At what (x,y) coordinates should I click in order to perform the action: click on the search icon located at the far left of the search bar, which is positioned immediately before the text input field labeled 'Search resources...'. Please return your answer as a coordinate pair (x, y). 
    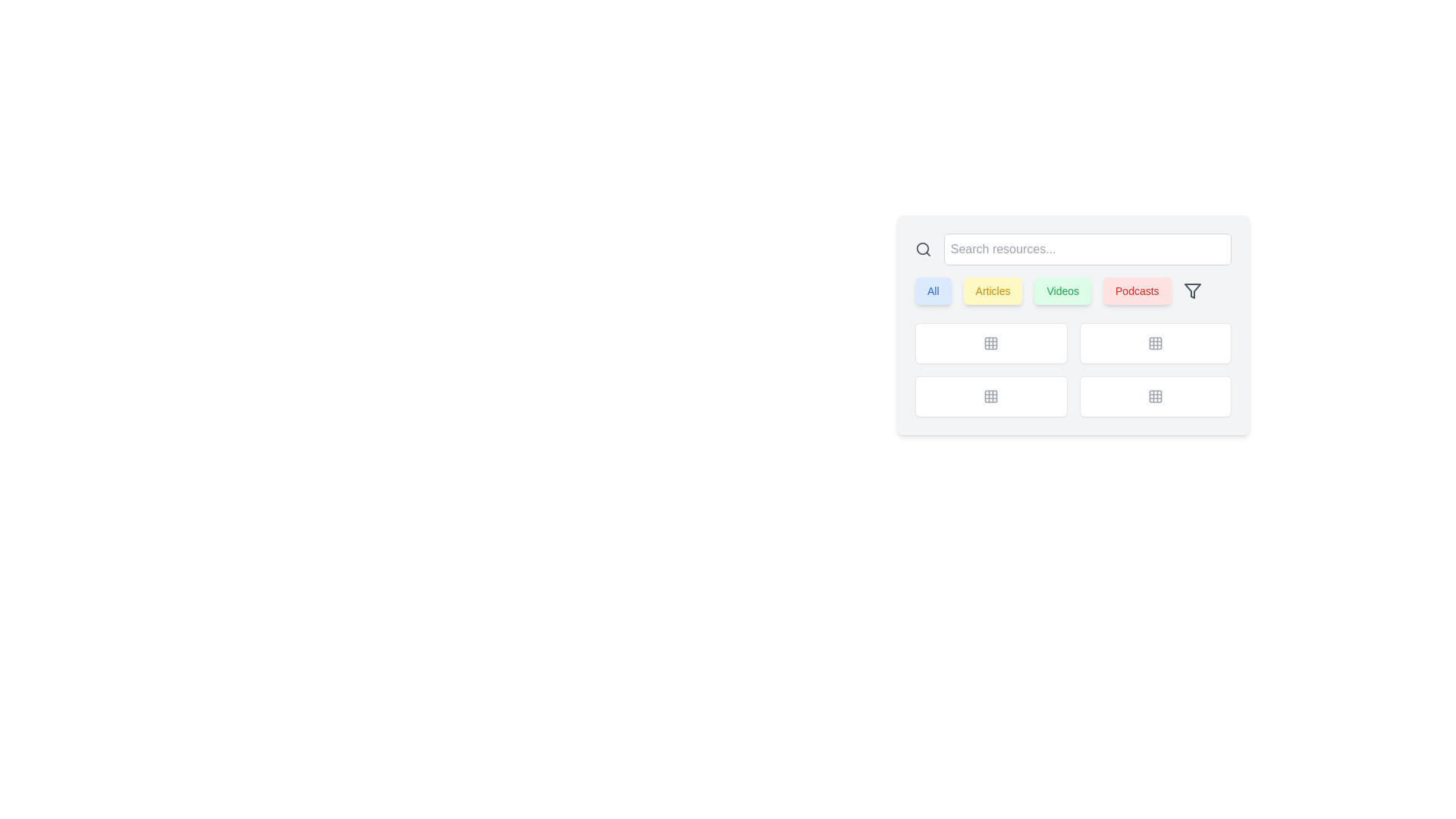
    Looking at the image, I should click on (922, 248).